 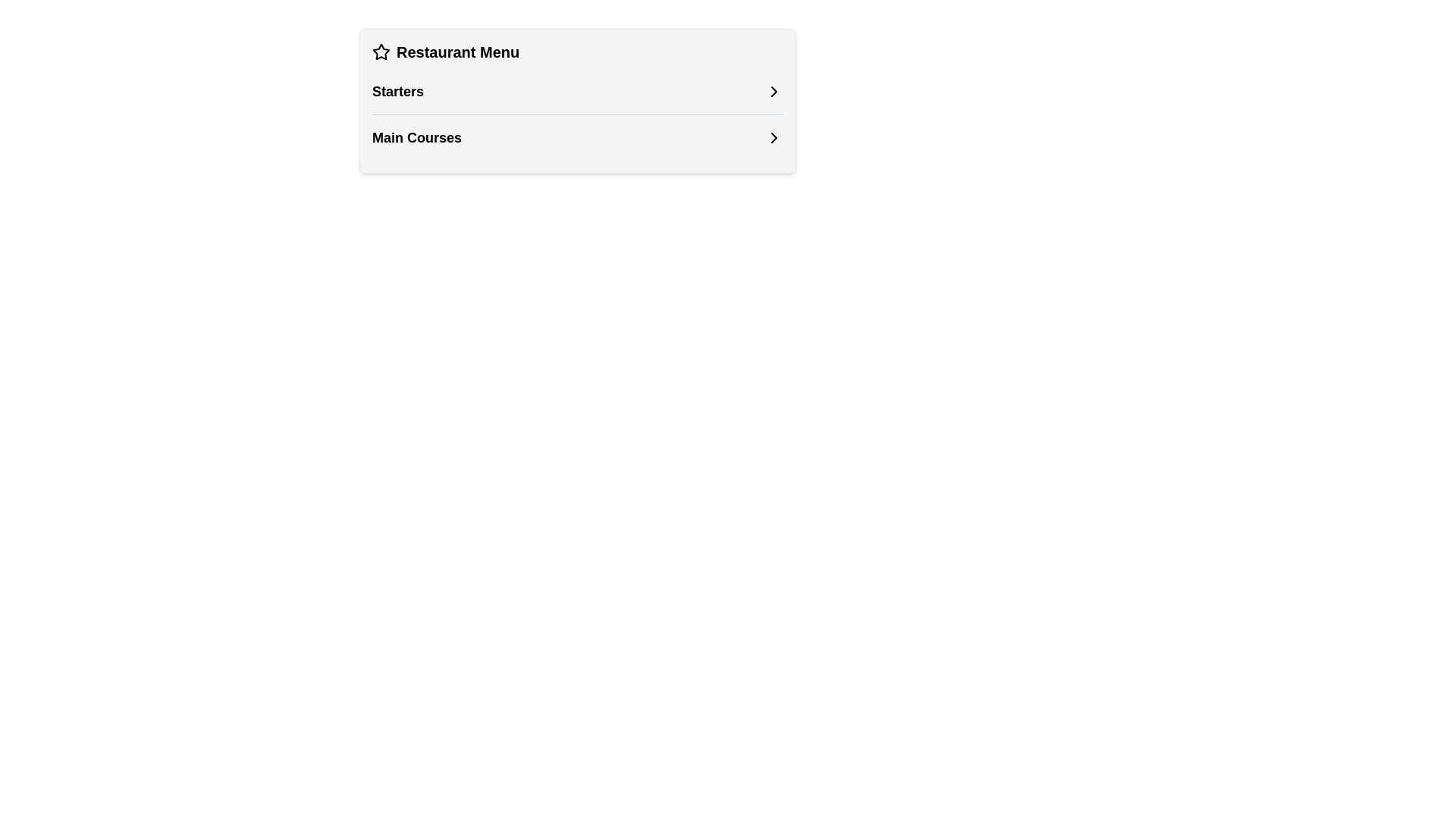 I want to click on the rightward pointing chevron icon (chevron-right) located at the far right of the 'Main Courses' list item to interact with it, so click(x=774, y=137).